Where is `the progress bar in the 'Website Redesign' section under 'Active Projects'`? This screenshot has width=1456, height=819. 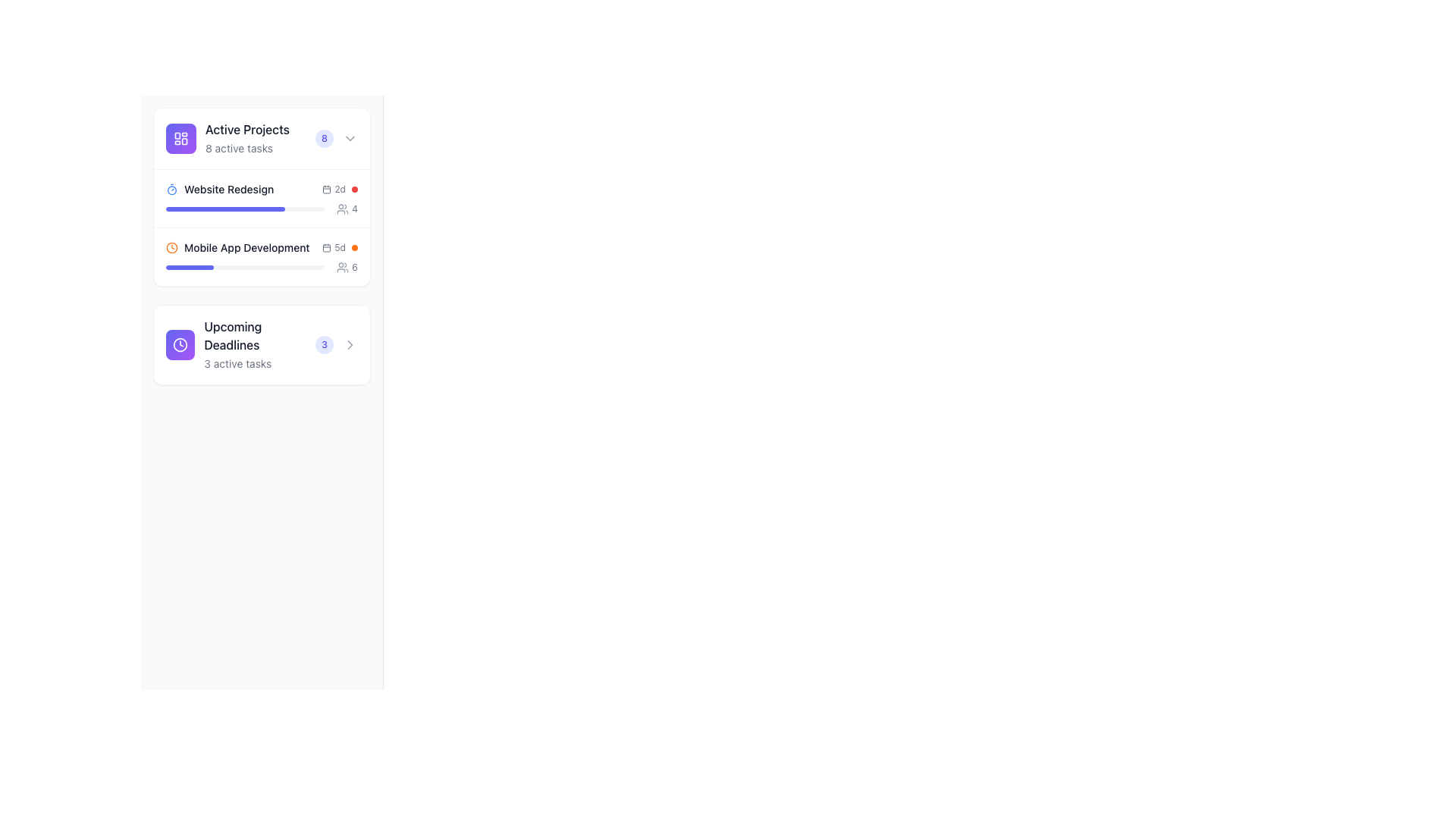 the progress bar in the 'Website Redesign' section under 'Active Projects' is located at coordinates (245, 209).